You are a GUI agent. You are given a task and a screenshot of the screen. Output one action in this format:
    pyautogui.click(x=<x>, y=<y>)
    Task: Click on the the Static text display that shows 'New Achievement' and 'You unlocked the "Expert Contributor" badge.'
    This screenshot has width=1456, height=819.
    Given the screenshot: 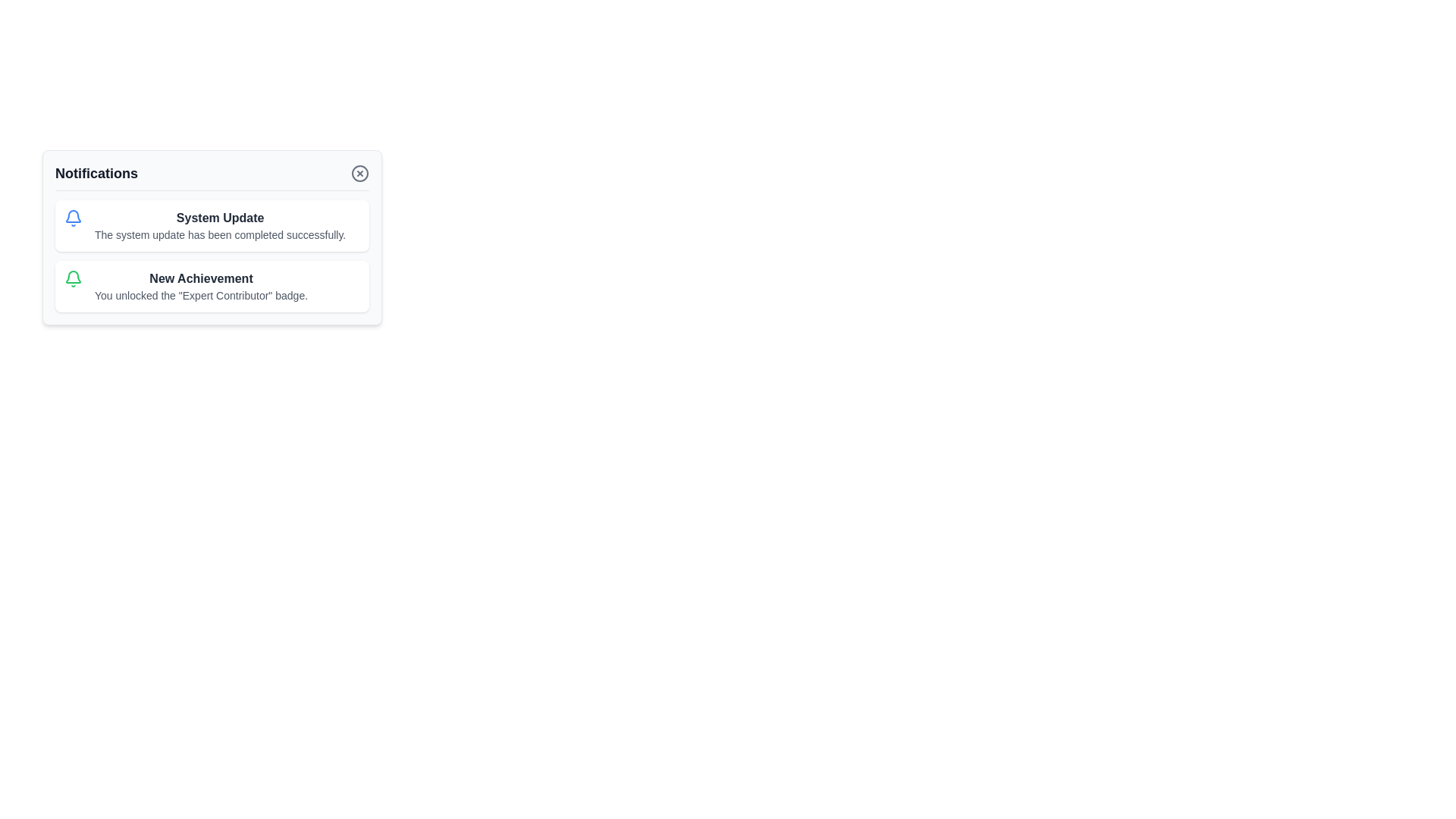 What is the action you would take?
    pyautogui.click(x=200, y=287)
    